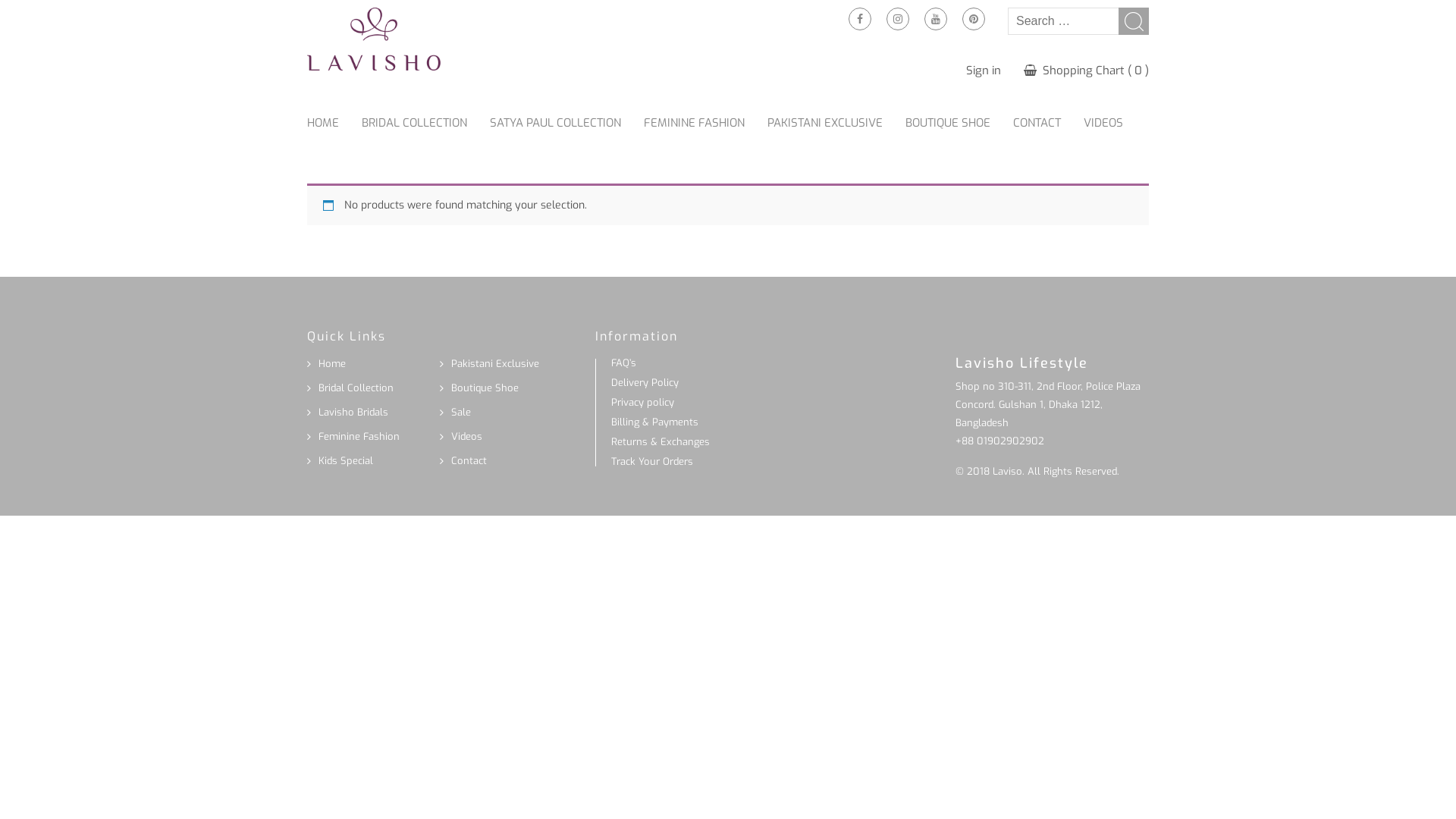 Image resolution: width=1456 pixels, height=819 pixels. What do you see at coordinates (642, 401) in the screenshot?
I see `'Privacy policy'` at bounding box center [642, 401].